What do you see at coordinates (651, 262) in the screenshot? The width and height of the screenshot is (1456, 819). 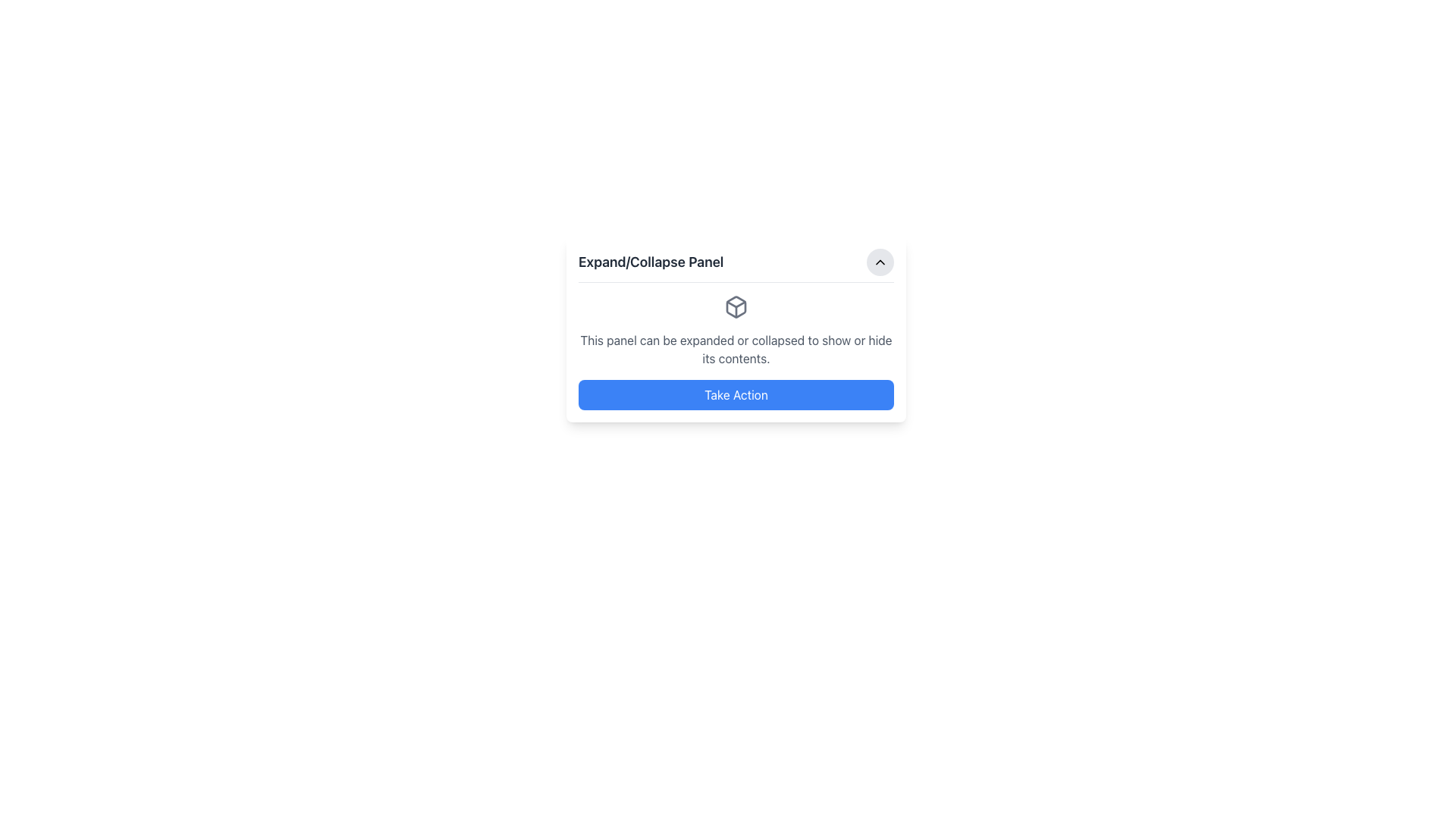 I see `the text label that serves as a title or description for the associated panel by clicking on its center` at bounding box center [651, 262].